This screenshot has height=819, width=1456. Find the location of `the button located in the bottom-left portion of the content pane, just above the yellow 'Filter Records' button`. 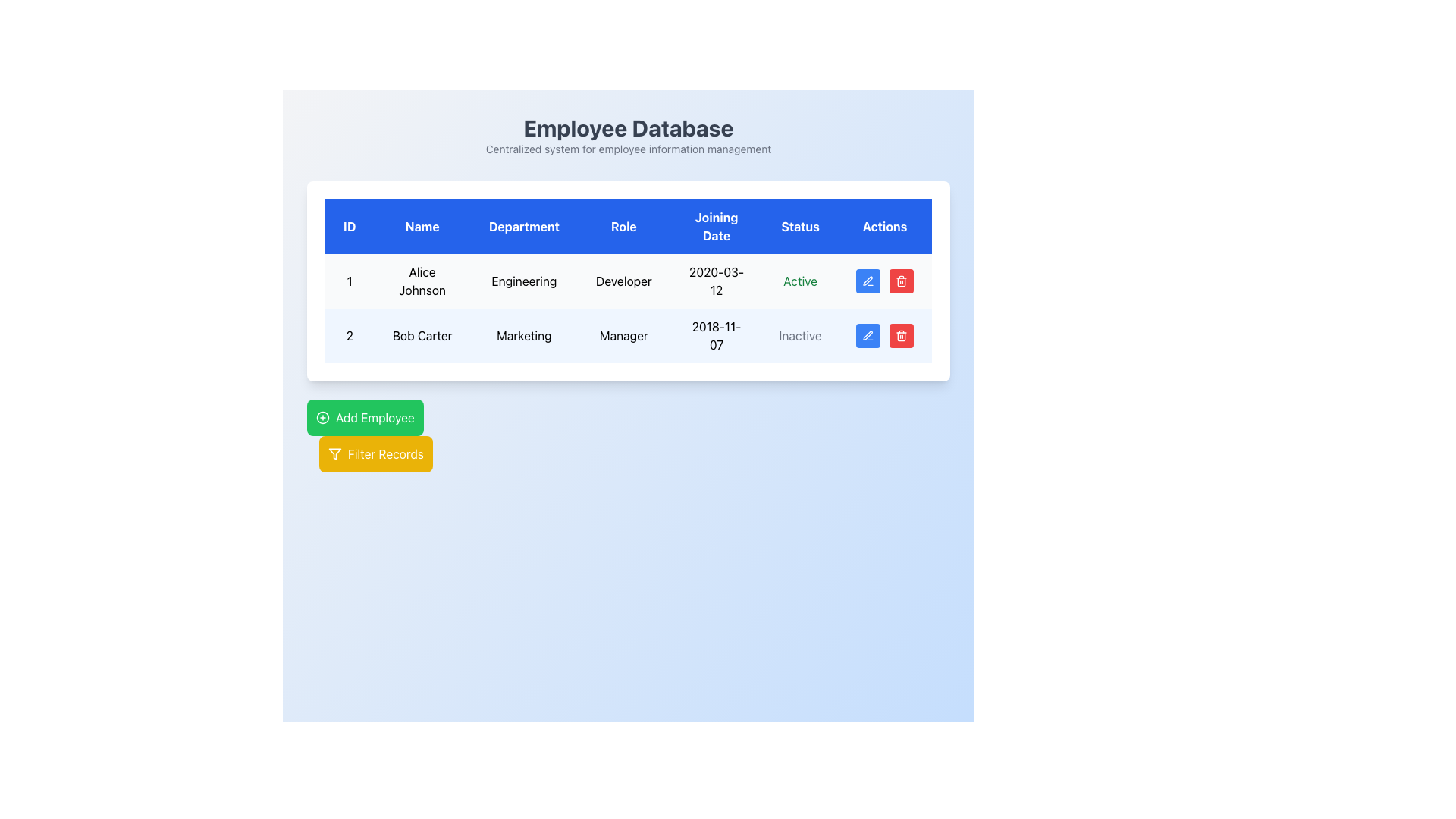

the button located in the bottom-left portion of the content pane, just above the yellow 'Filter Records' button is located at coordinates (365, 418).